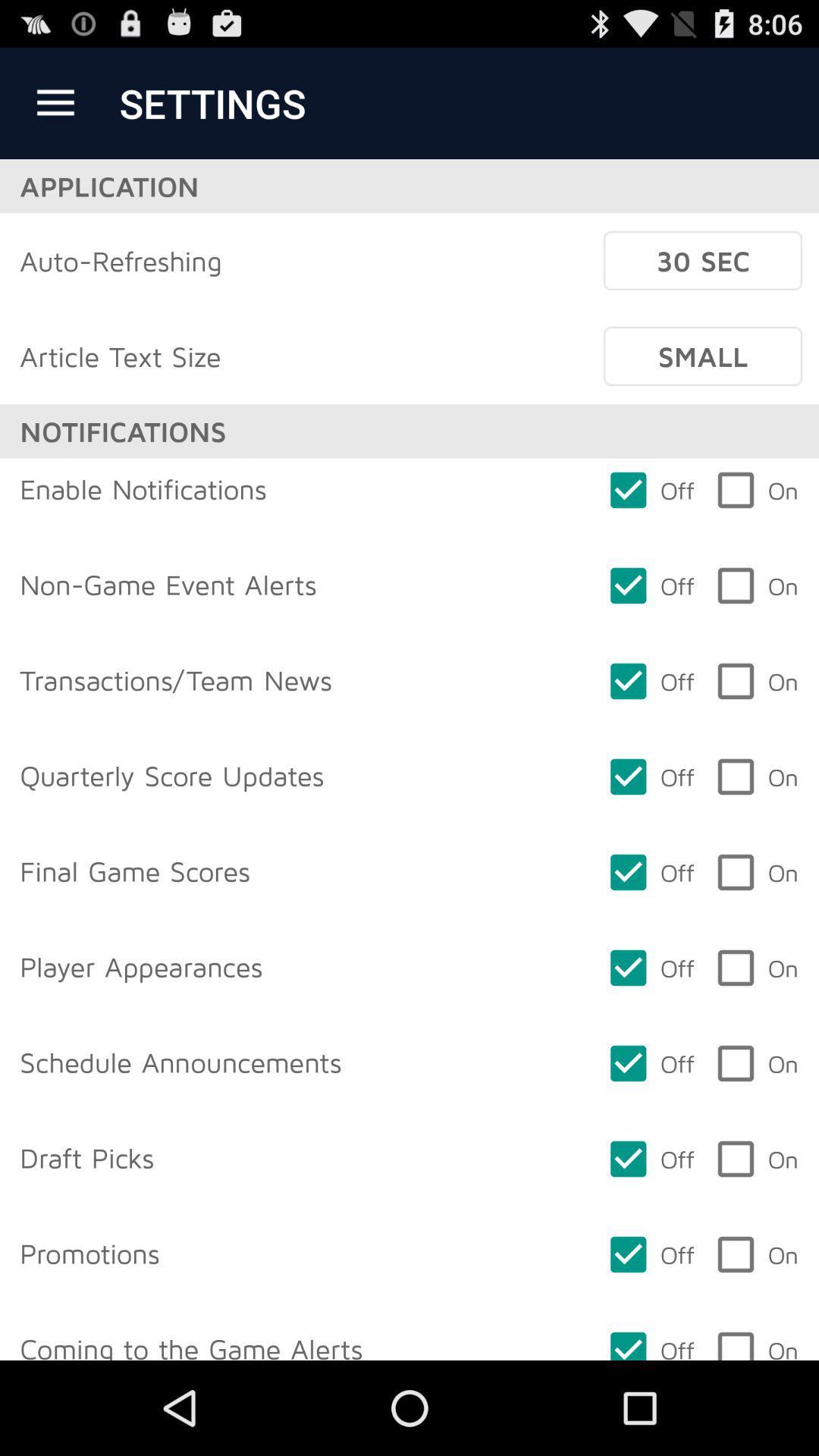 The width and height of the screenshot is (819, 1456). What do you see at coordinates (55, 102) in the screenshot?
I see `icon to the left of the settings` at bounding box center [55, 102].